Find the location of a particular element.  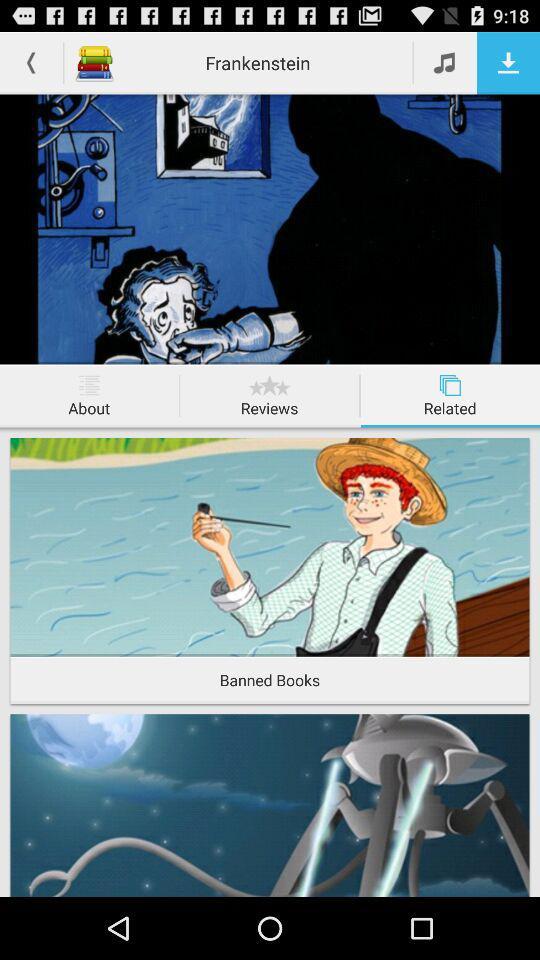

the music icon is located at coordinates (445, 67).